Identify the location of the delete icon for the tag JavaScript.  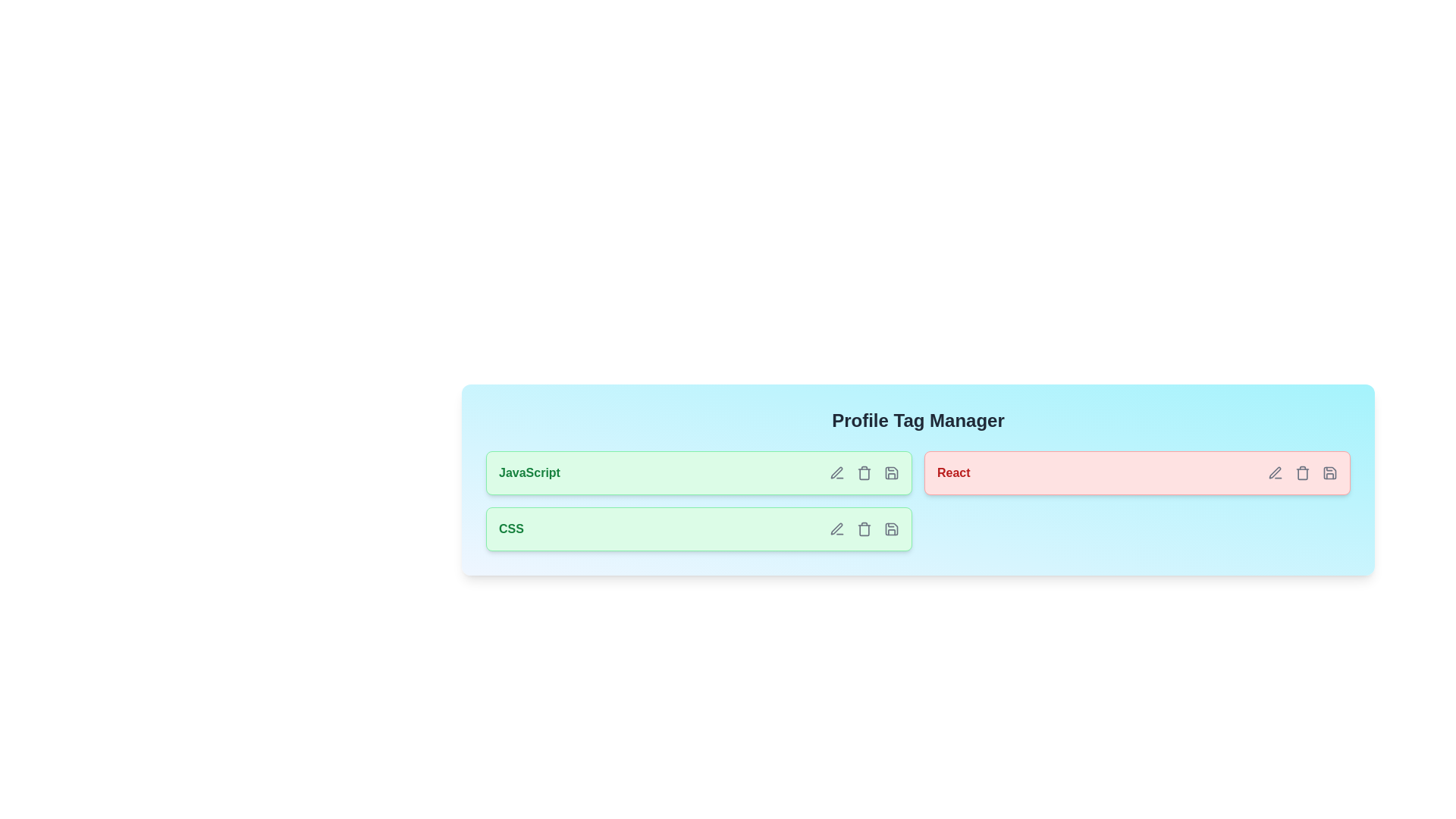
(864, 472).